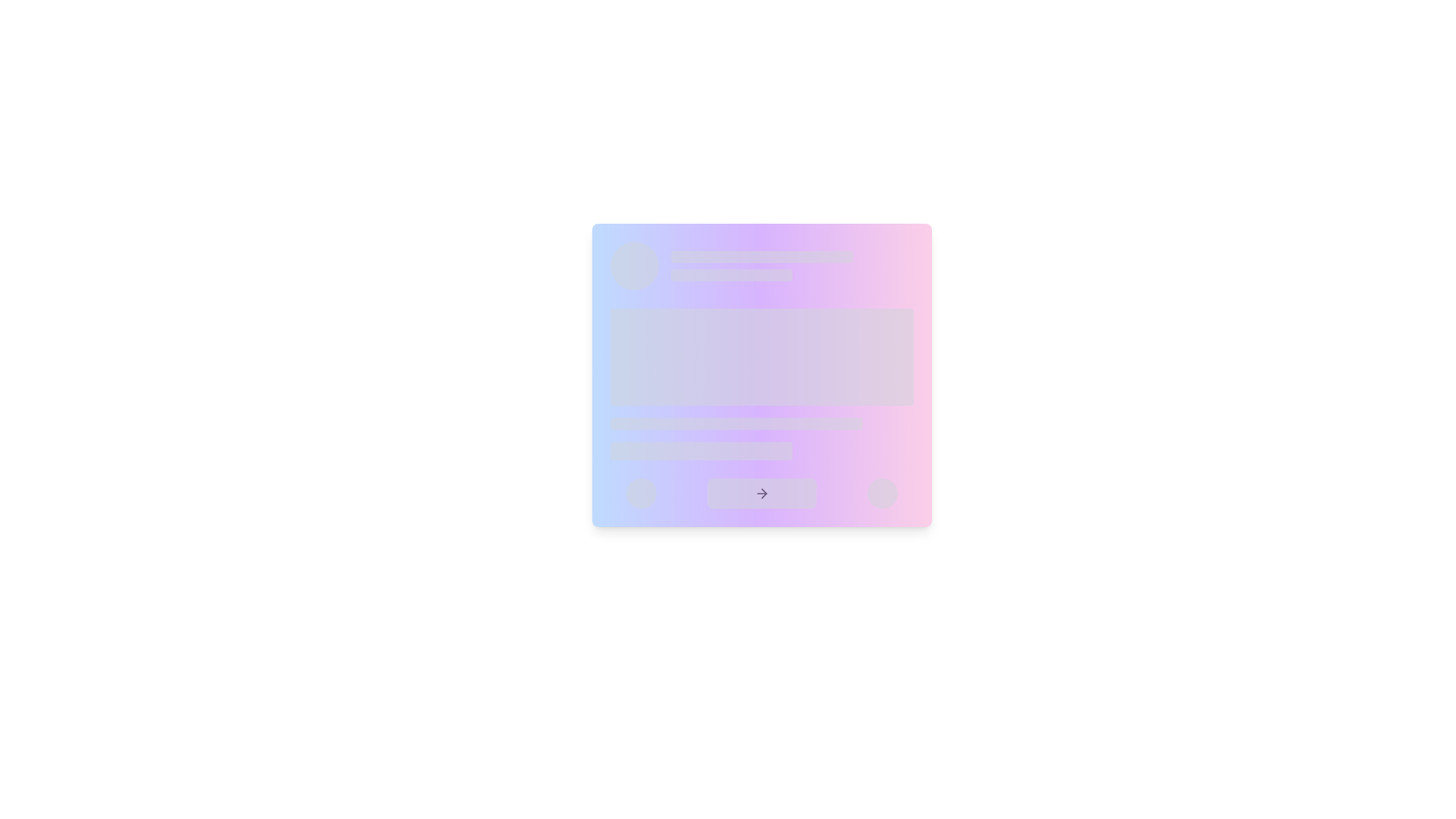  What do you see at coordinates (736, 424) in the screenshot?
I see `the Decorative bar, which is a non-interactive visual component located centrally in the interface, positioned between a larger rectangular area above and a shorter horizontal bar below` at bounding box center [736, 424].